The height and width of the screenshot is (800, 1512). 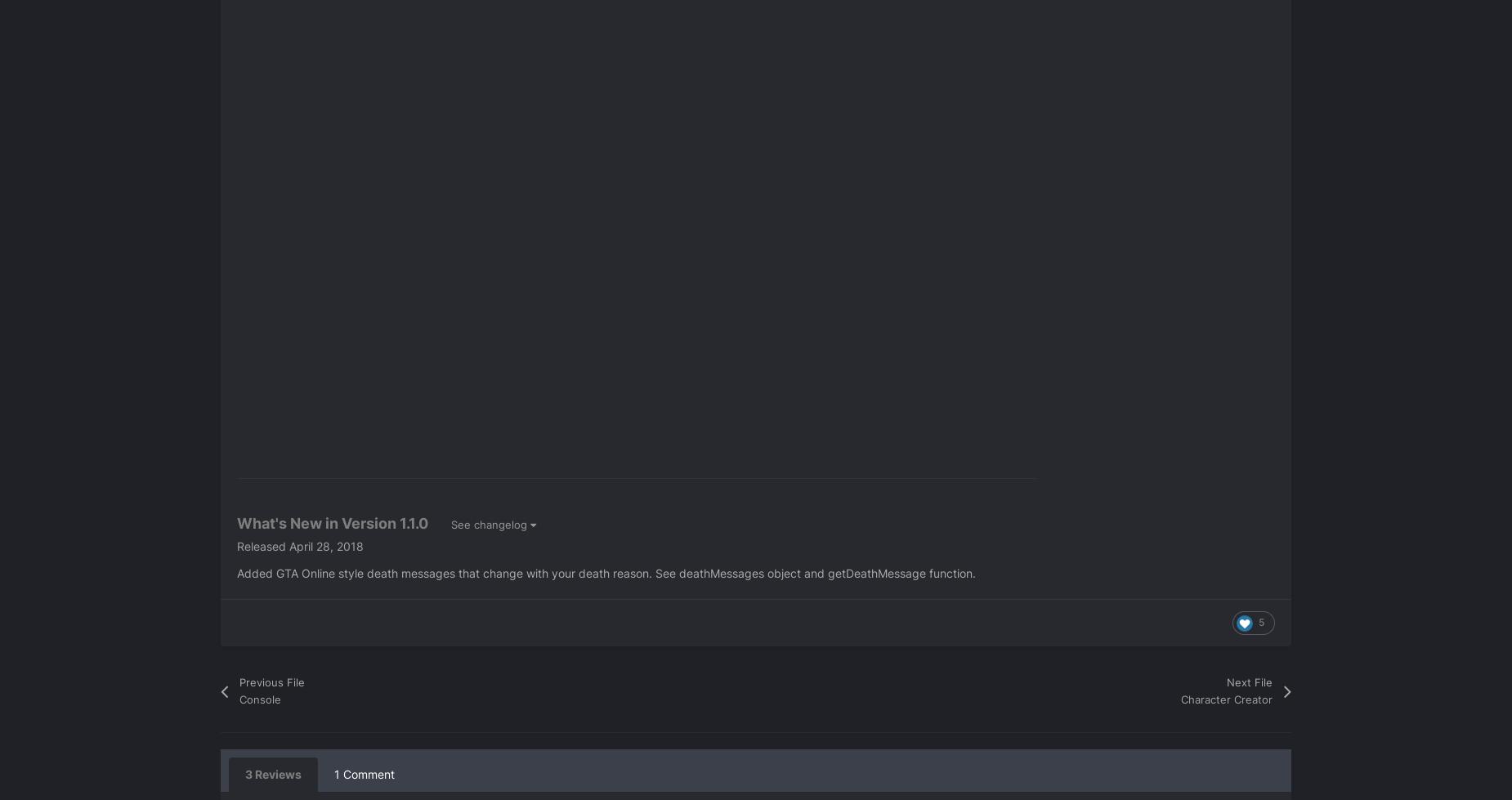 I want to click on 'See changelog', so click(x=490, y=522).